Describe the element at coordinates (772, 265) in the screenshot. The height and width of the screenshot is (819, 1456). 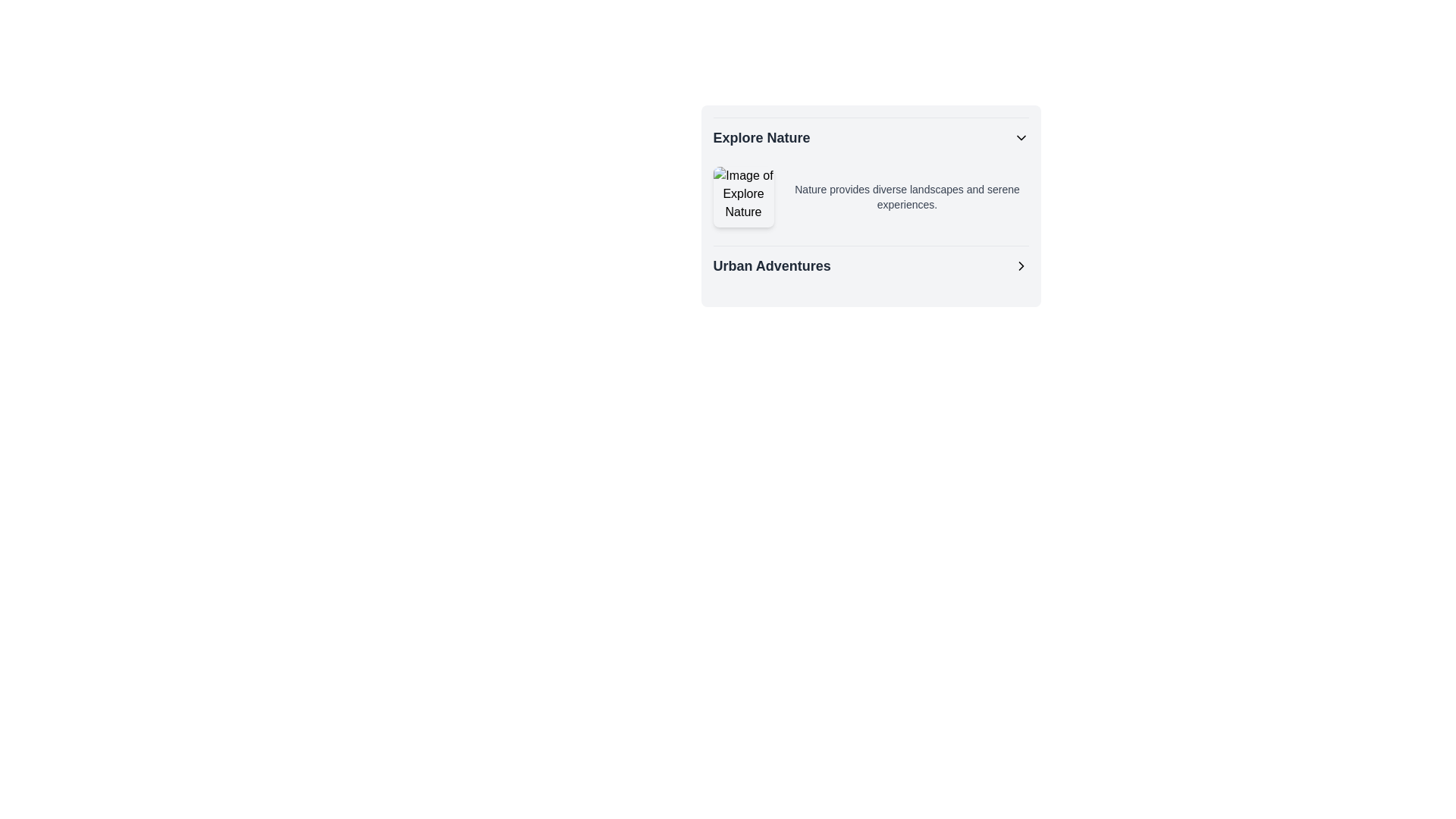
I see `the text label 'Urban Adventures'` at that location.